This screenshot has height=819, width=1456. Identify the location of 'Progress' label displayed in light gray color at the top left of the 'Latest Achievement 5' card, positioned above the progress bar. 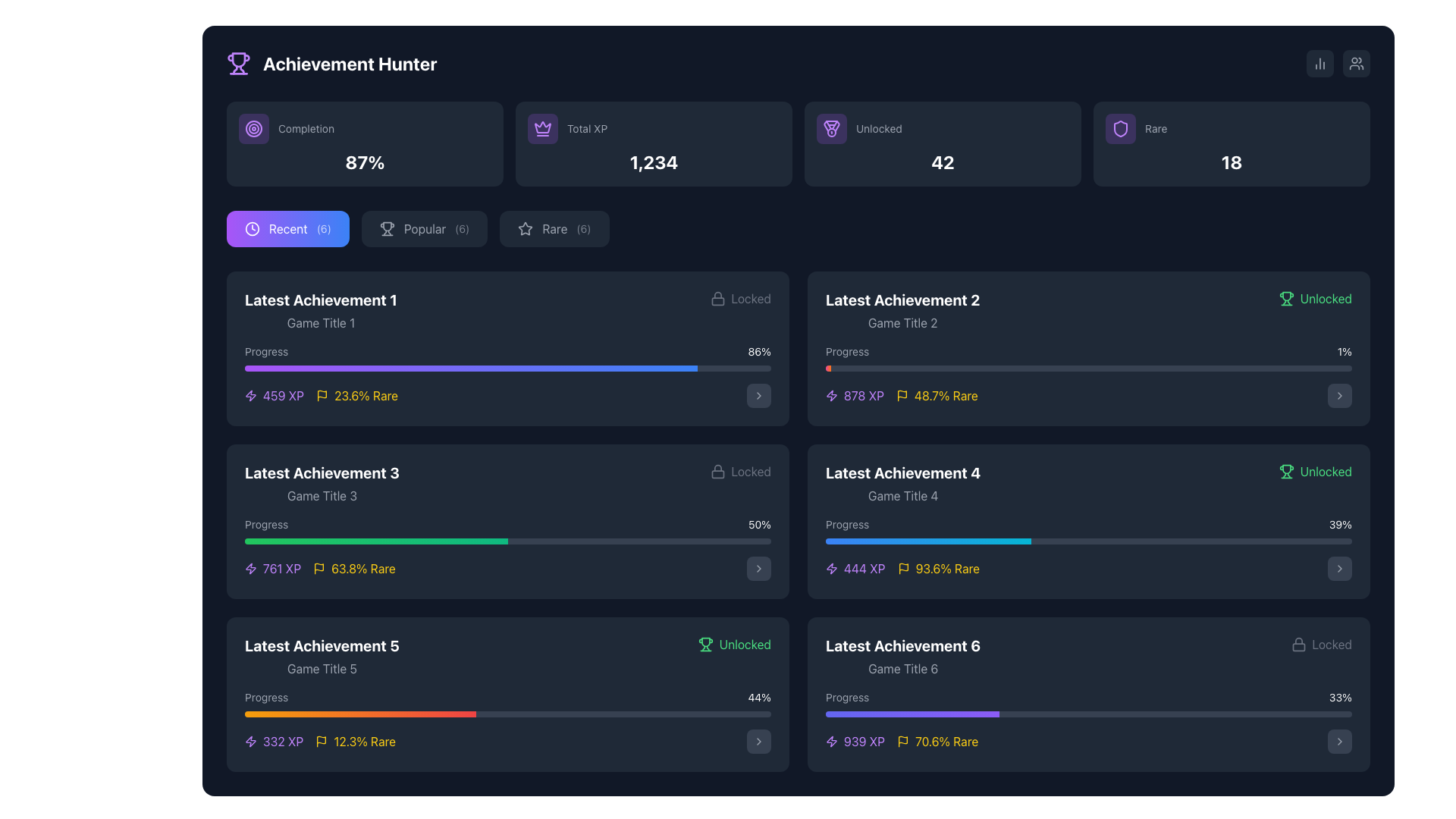
(266, 698).